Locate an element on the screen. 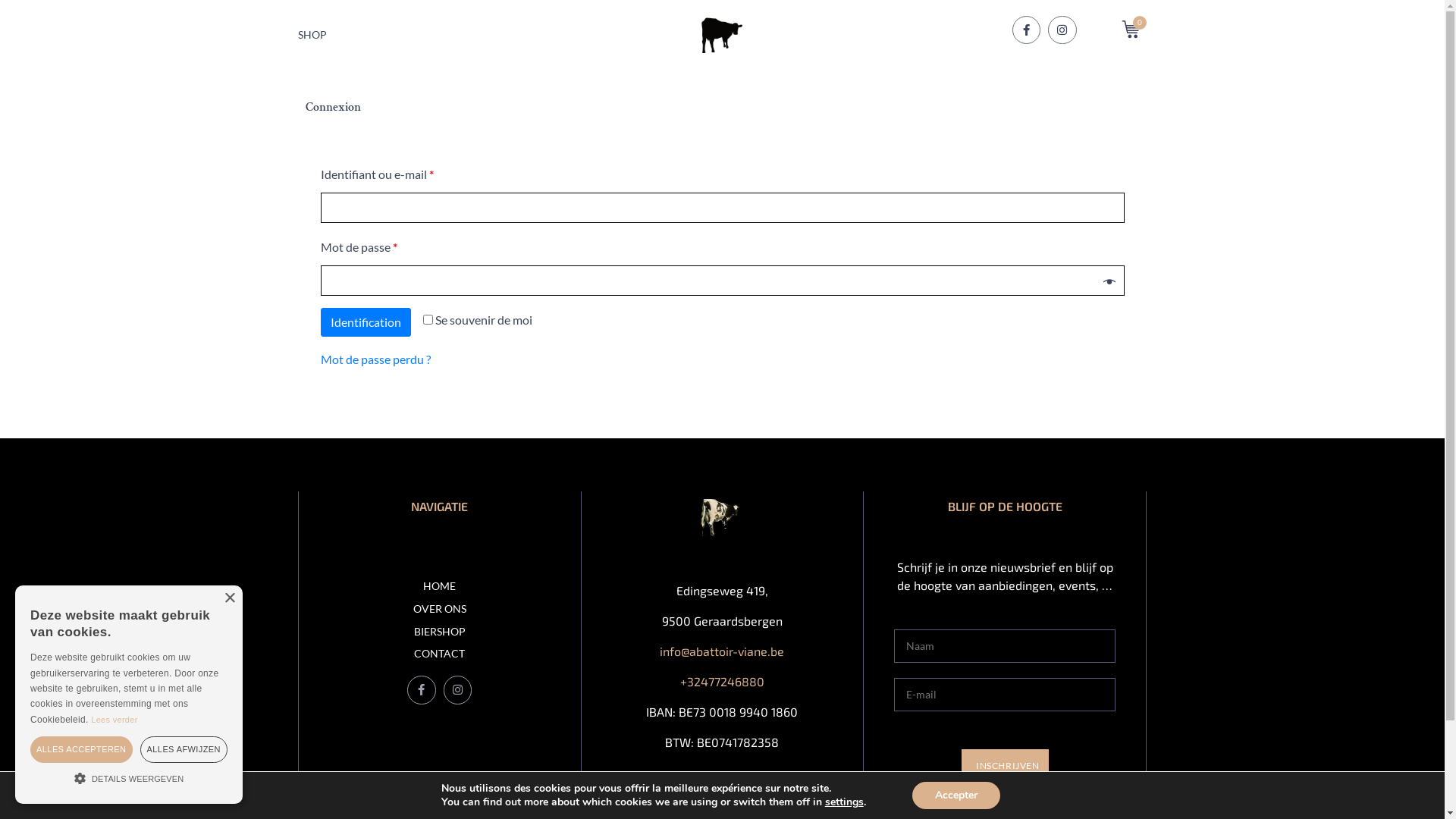 This screenshot has height=819, width=1456. 'SHOP' is located at coordinates (311, 33).